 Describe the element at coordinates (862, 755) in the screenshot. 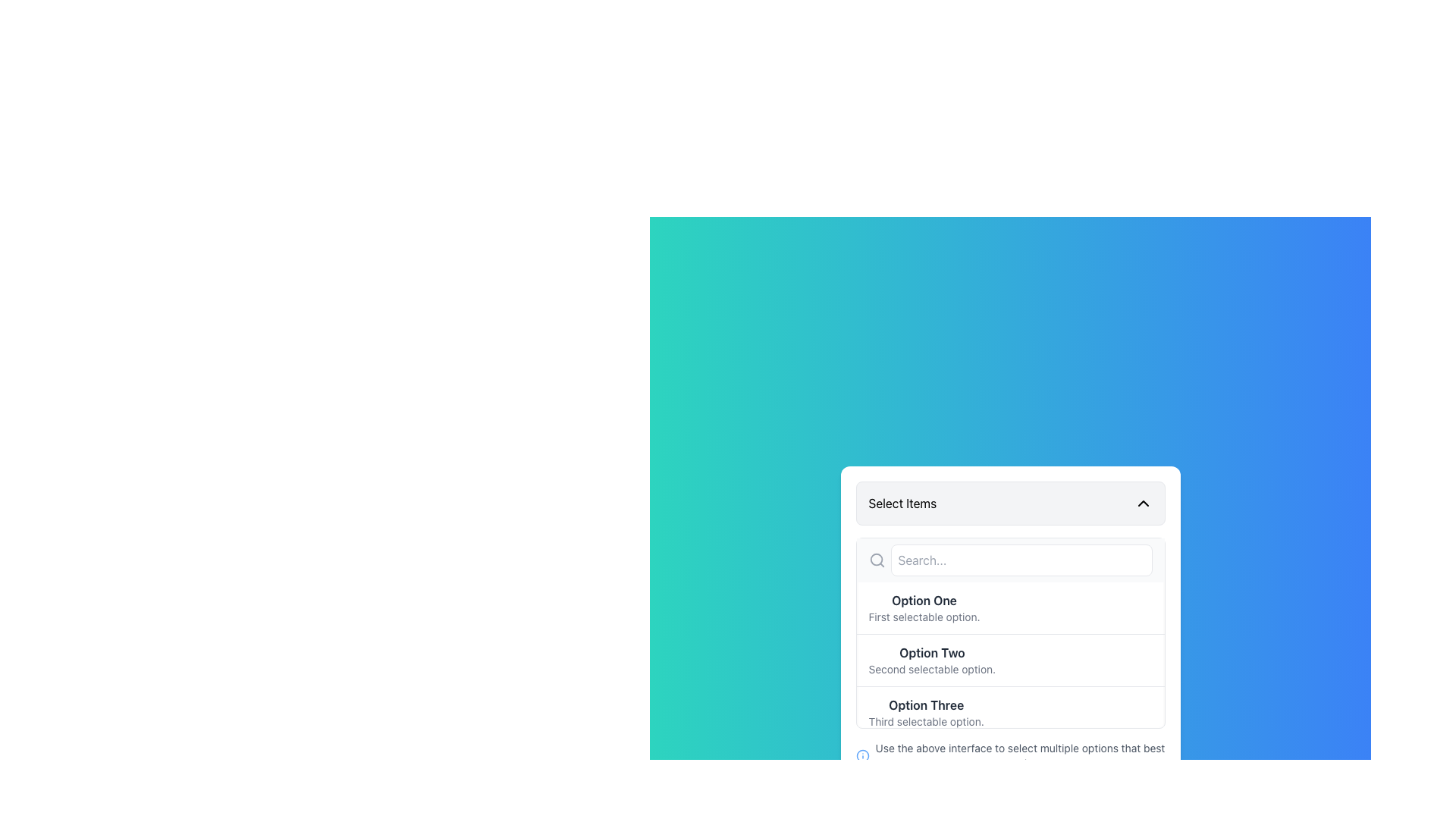

I see `the blue circular icon with an 'i' shape symbol` at that location.